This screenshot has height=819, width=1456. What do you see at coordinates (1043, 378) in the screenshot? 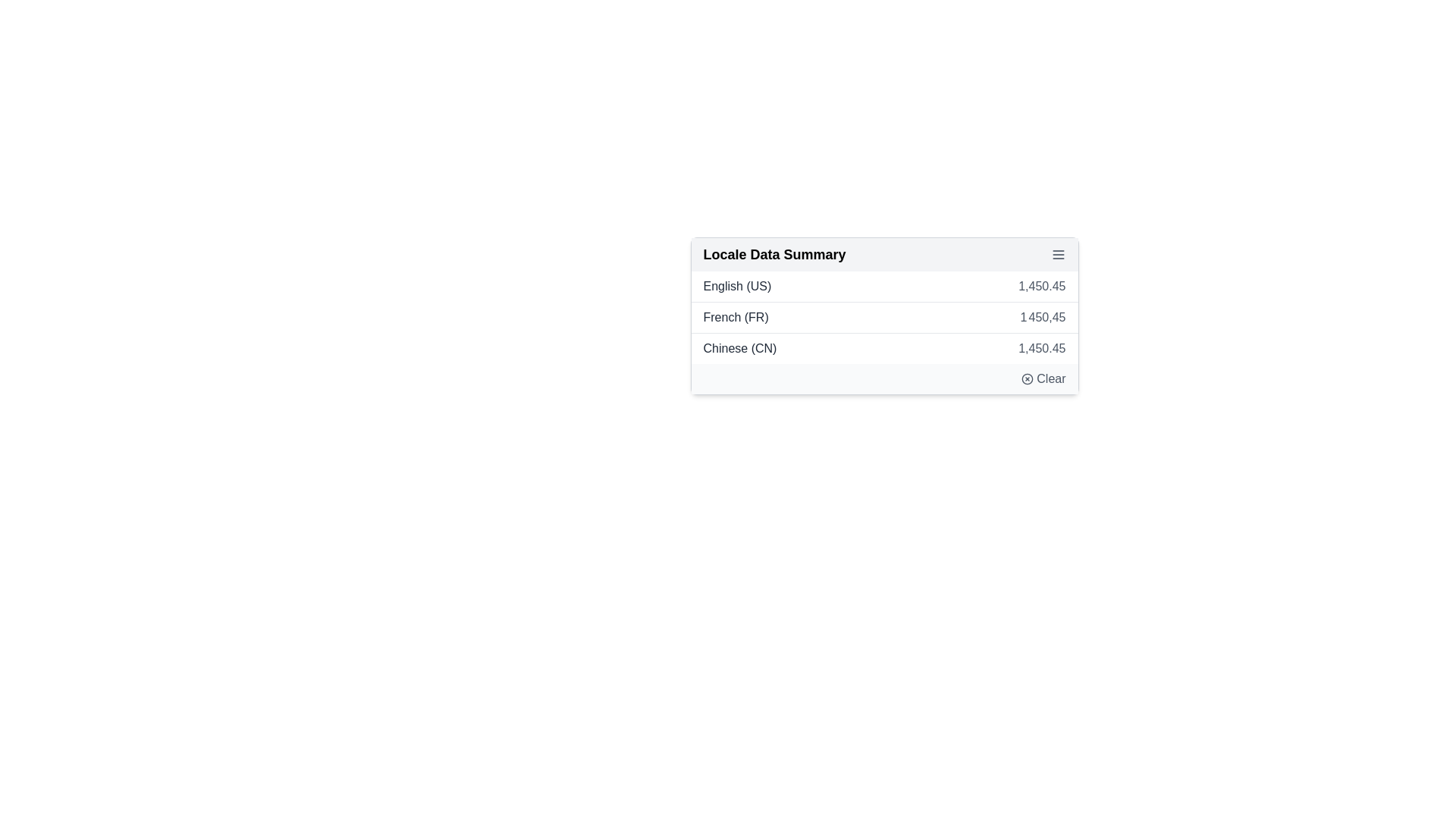
I see `the 'Clear' button with an icon and text located in the bottom-right corner of the 'Locale Data Summary' panel` at bounding box center [1043, 378].